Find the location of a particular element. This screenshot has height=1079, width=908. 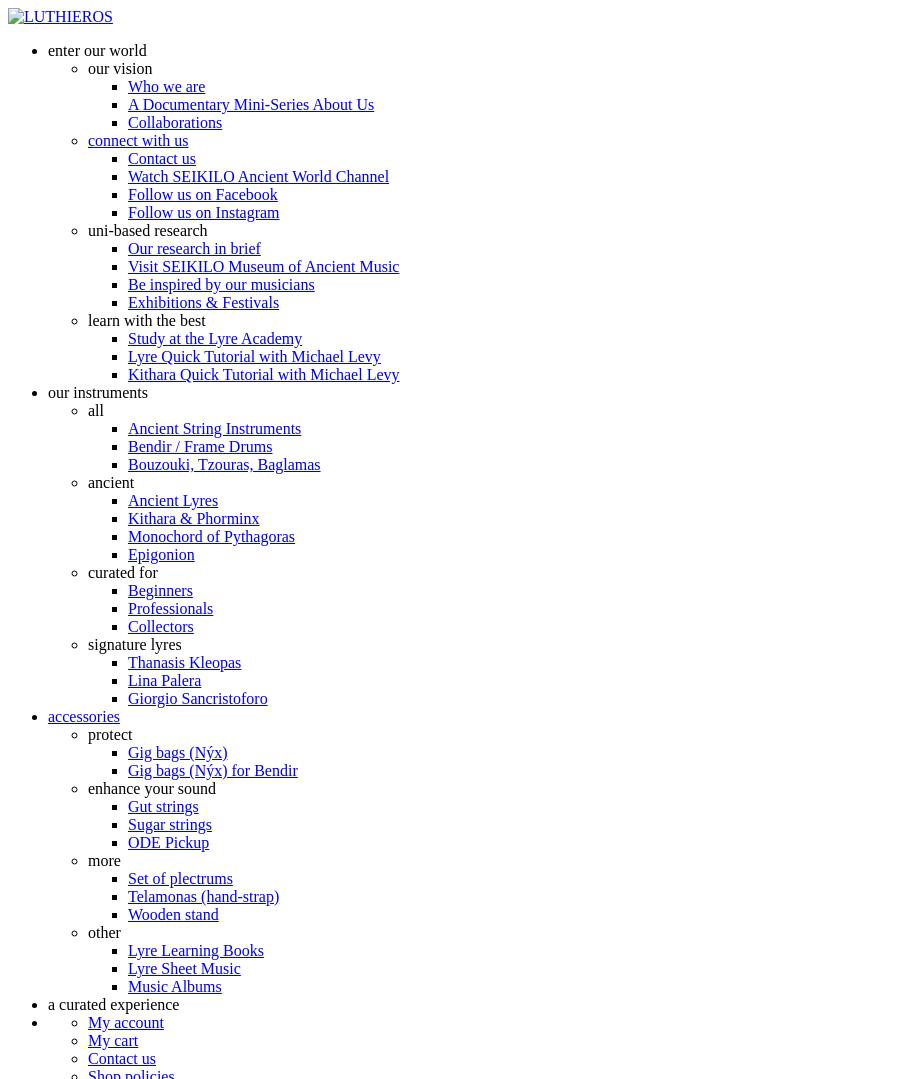

'Lyre Learning Books' is located at coordinates (195, 950).